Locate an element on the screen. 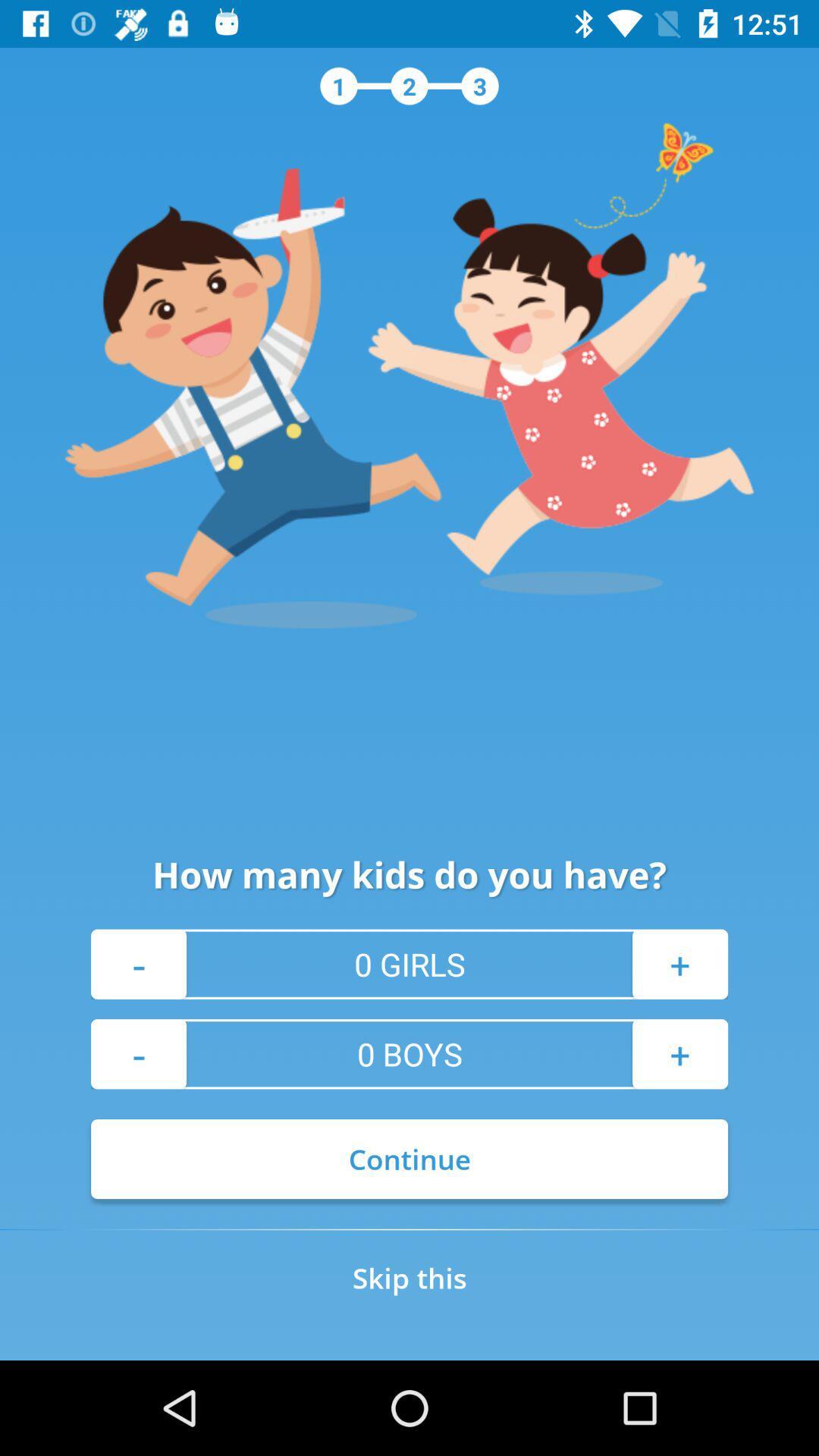  the + item is located at coordinates (679, 963).